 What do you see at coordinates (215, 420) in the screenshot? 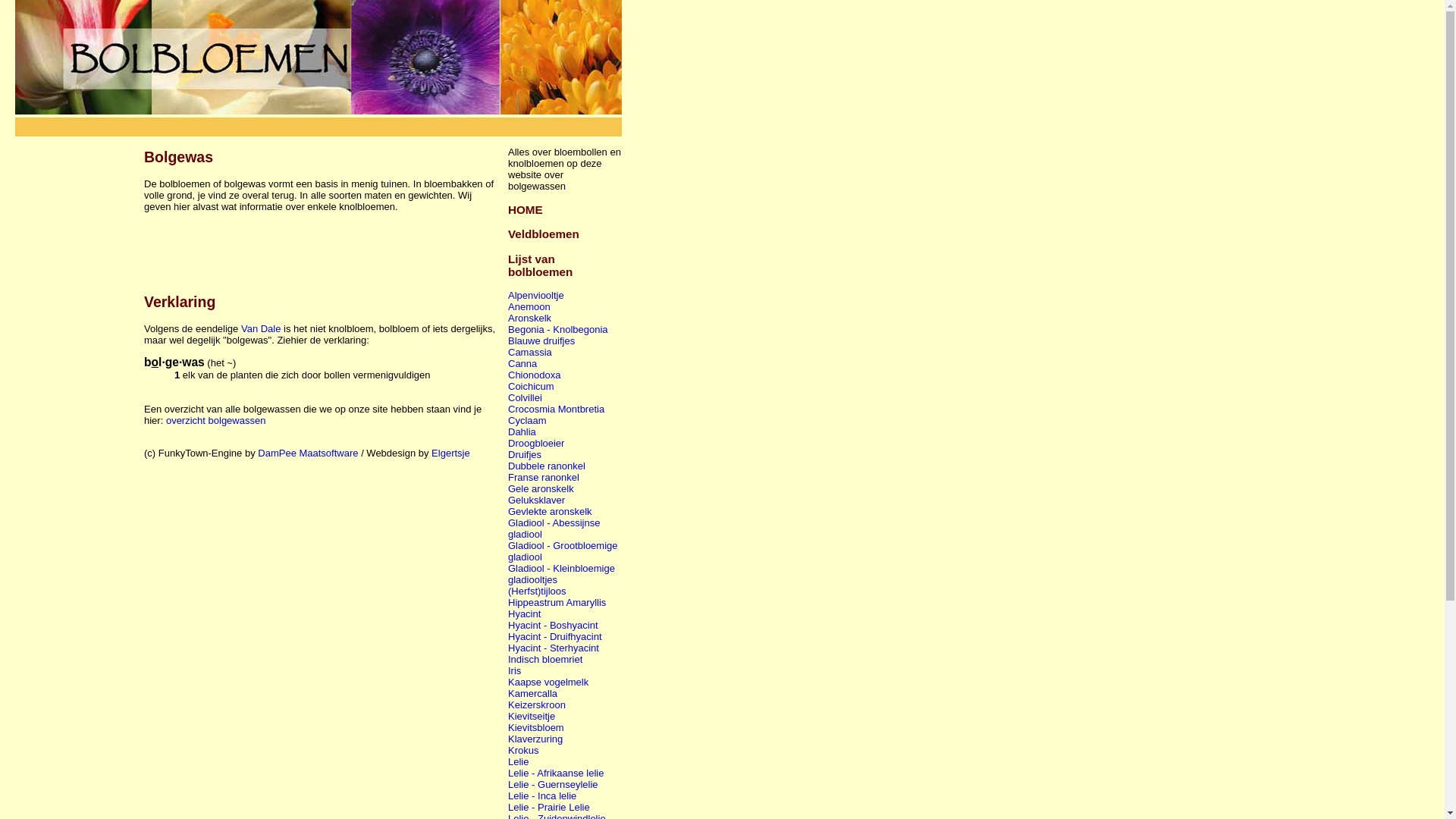
I see `'overzicht bolgewassen'` at bounding box center [215, 420].